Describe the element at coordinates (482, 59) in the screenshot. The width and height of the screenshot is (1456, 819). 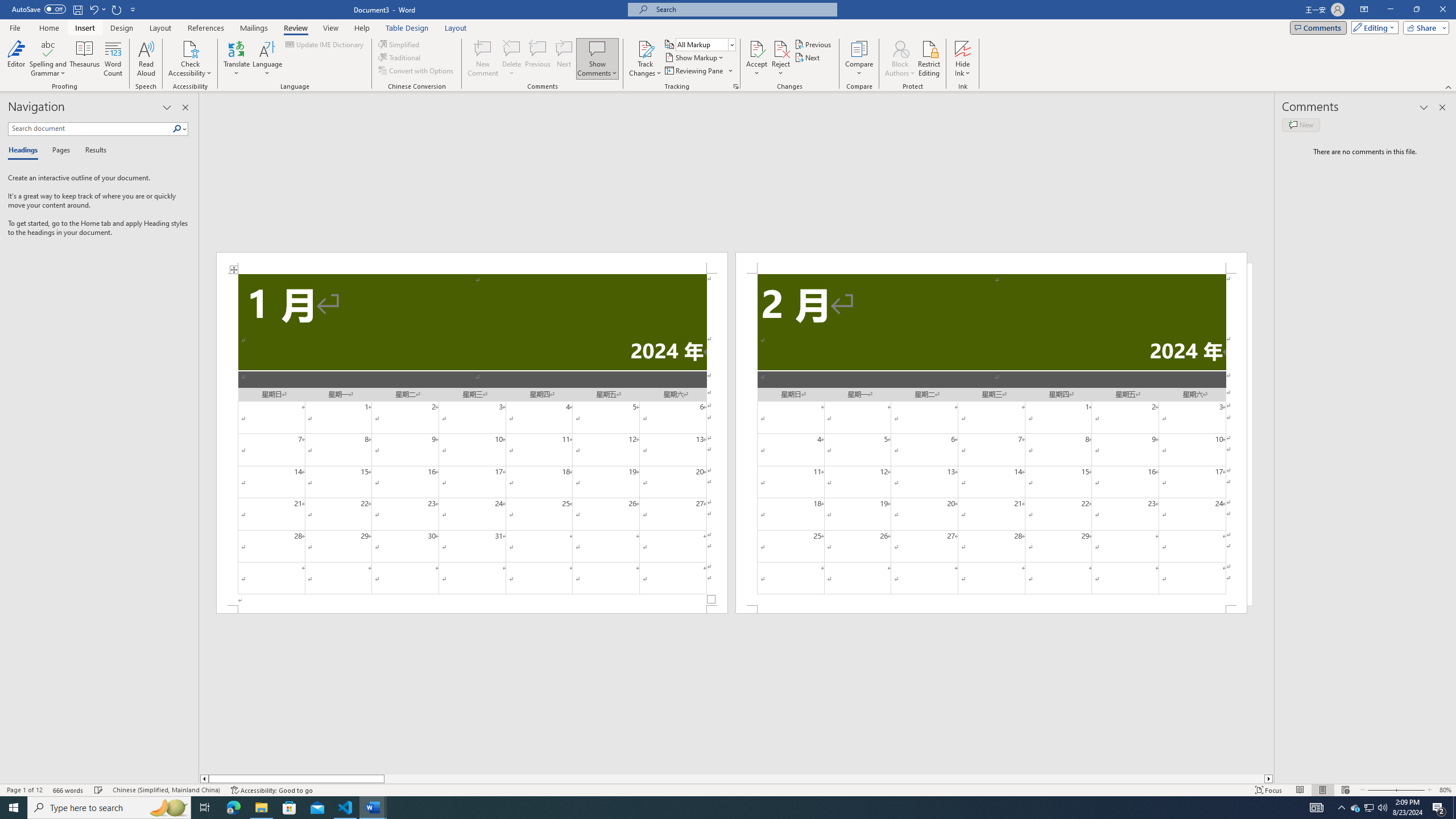
I see `'New Comment'` at that location.